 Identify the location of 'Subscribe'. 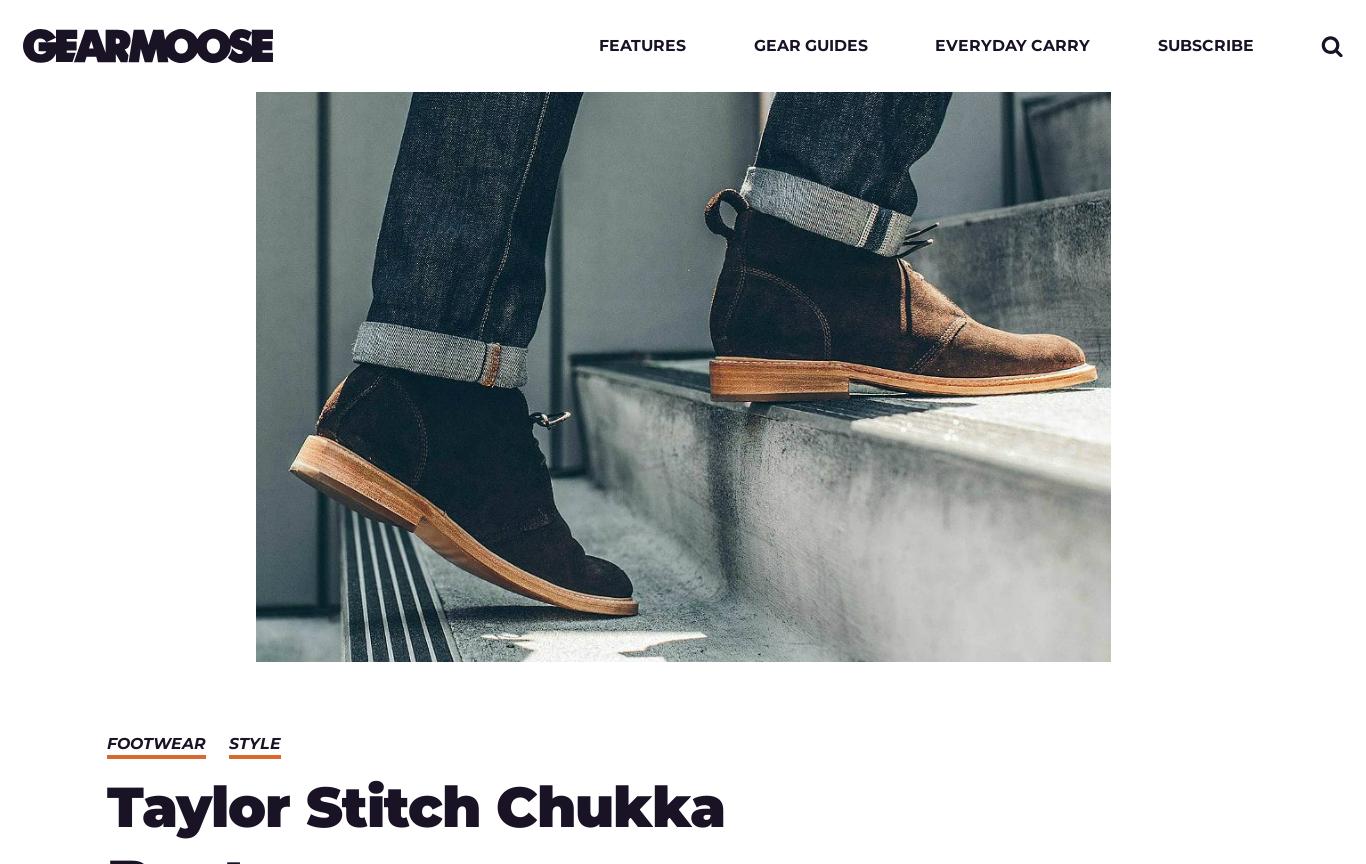
(1204, 45).